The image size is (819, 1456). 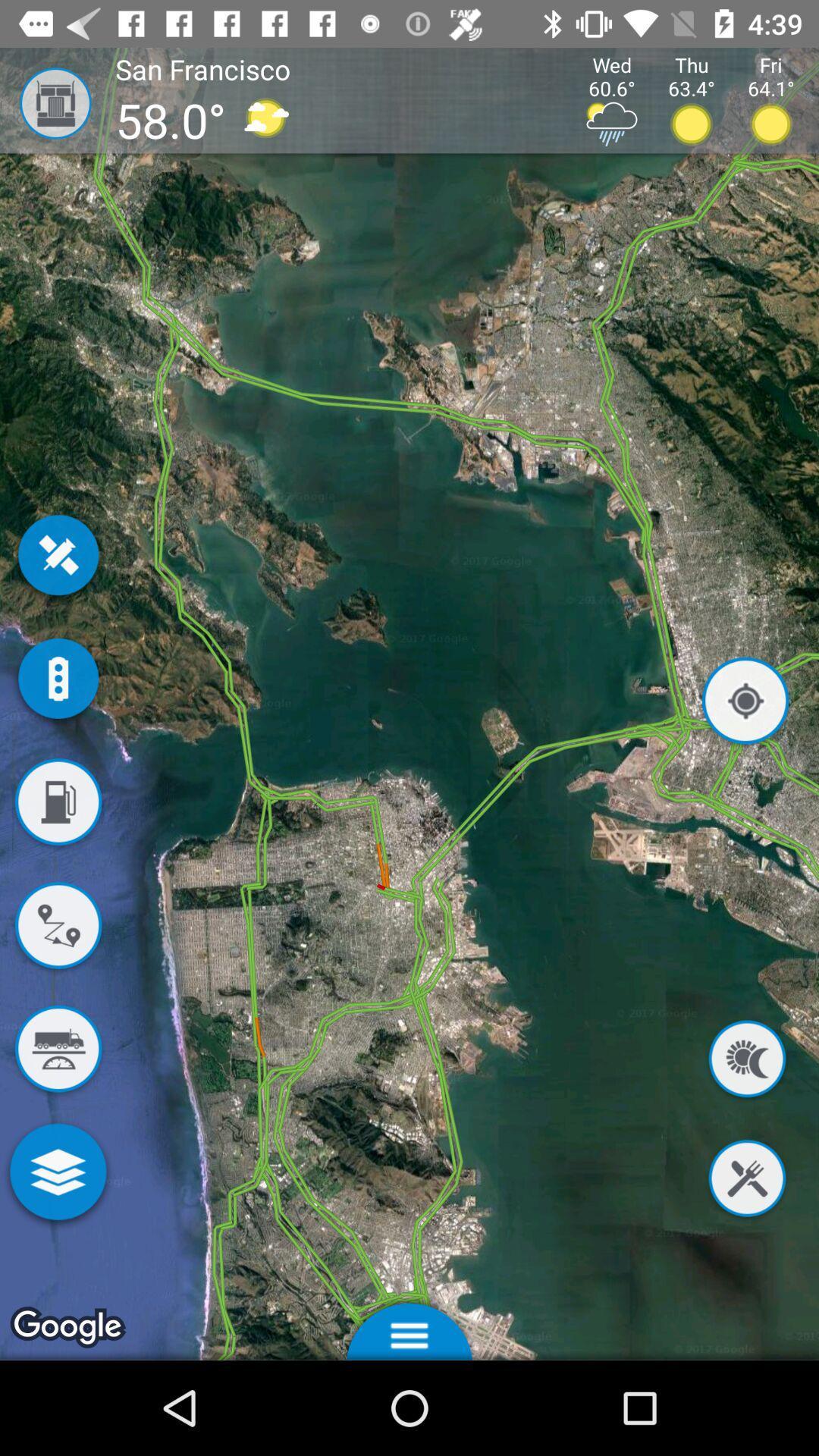 What do you see at coordinates (409, 1326) in the screenshot?
I see `options` at bounding box center [409, 1326].